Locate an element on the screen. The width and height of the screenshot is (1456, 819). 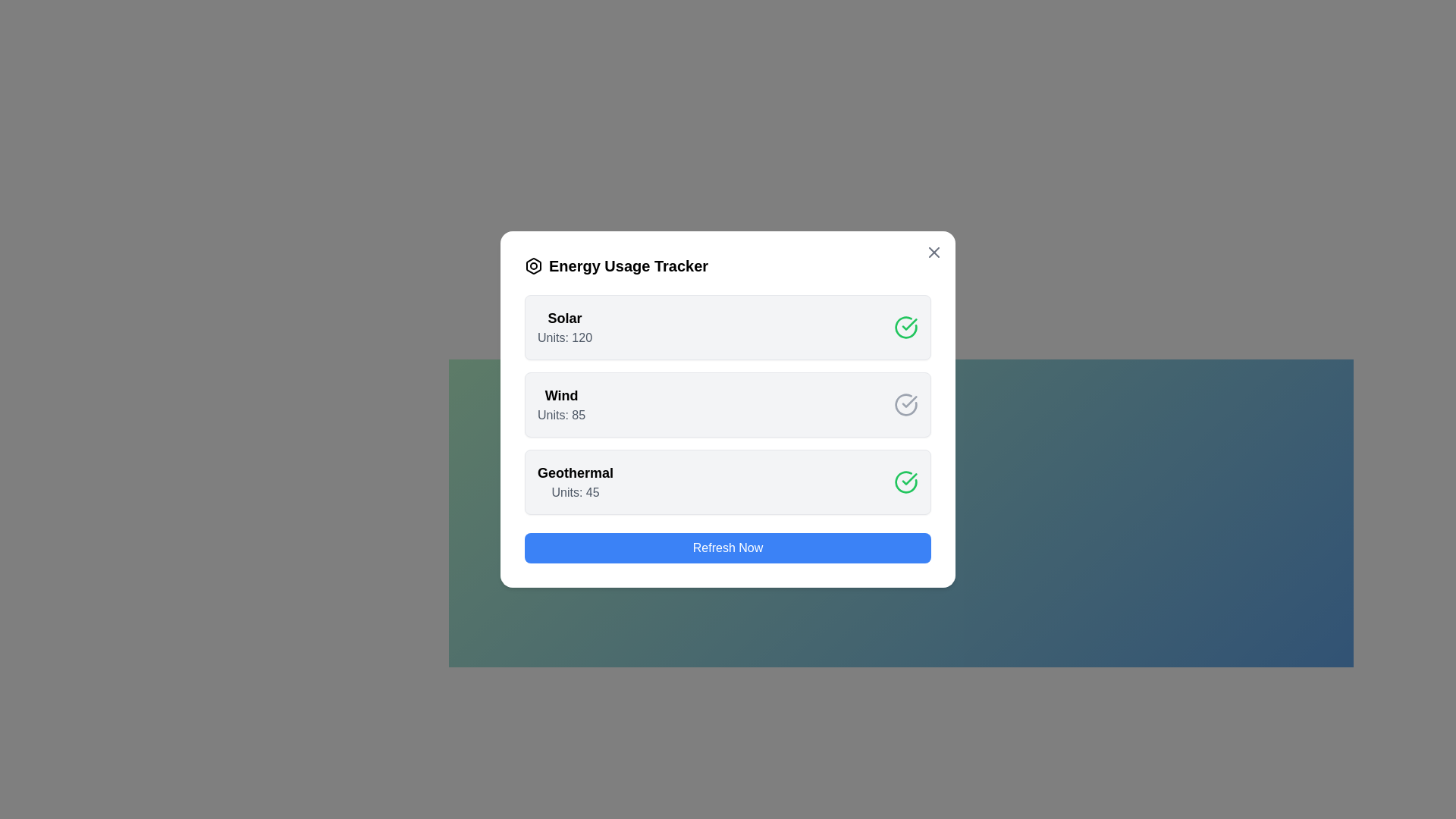
the small circular icon with a lightning bolt shape inside, located to the left of the 'Energy Usage Tracker' title in the header layout is located at coordinates (534, 265).